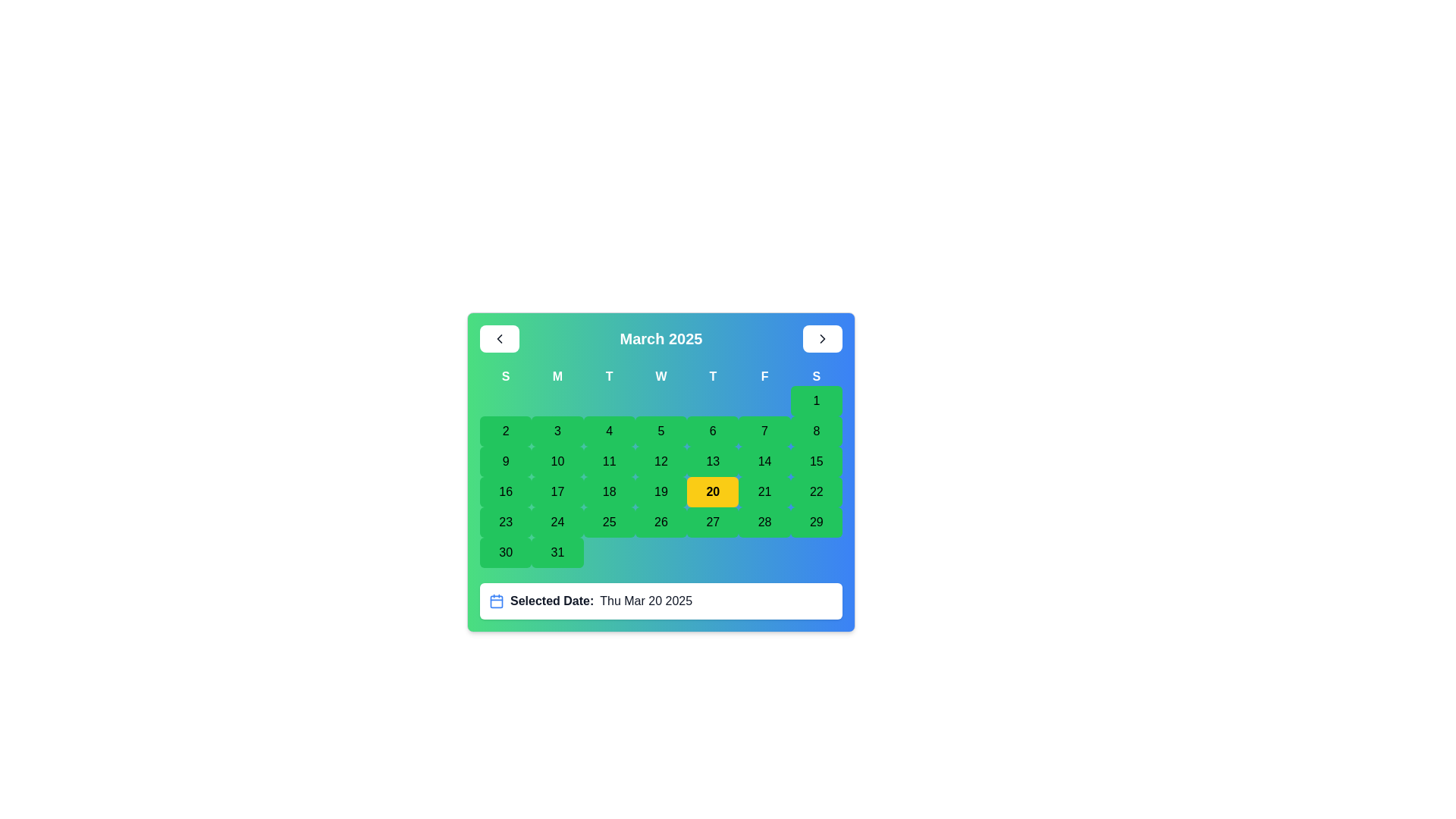 The width and height of the screenshot is (1456, 819). What do you see at coordinates (609, 376) in the screenshot?
I see `the label representing Tuesday in the calendar interface, located beneath the 'March 2025' header, adjacent to 'M' and 'W'` at bounding box center [609, 376].